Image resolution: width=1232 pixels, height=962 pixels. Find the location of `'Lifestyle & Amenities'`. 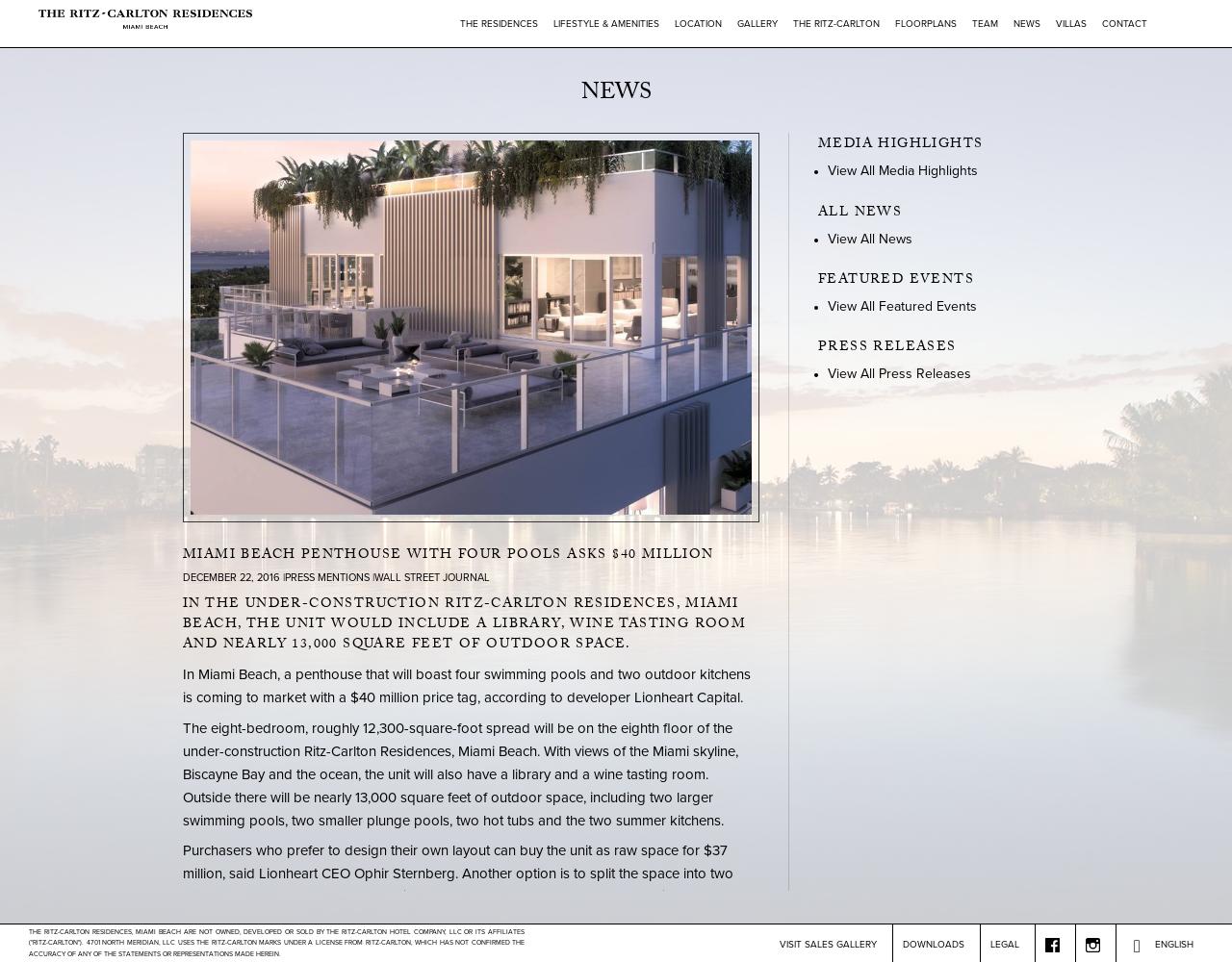

'Lifestyle & Amenities' is located at coordinates (605, 24).